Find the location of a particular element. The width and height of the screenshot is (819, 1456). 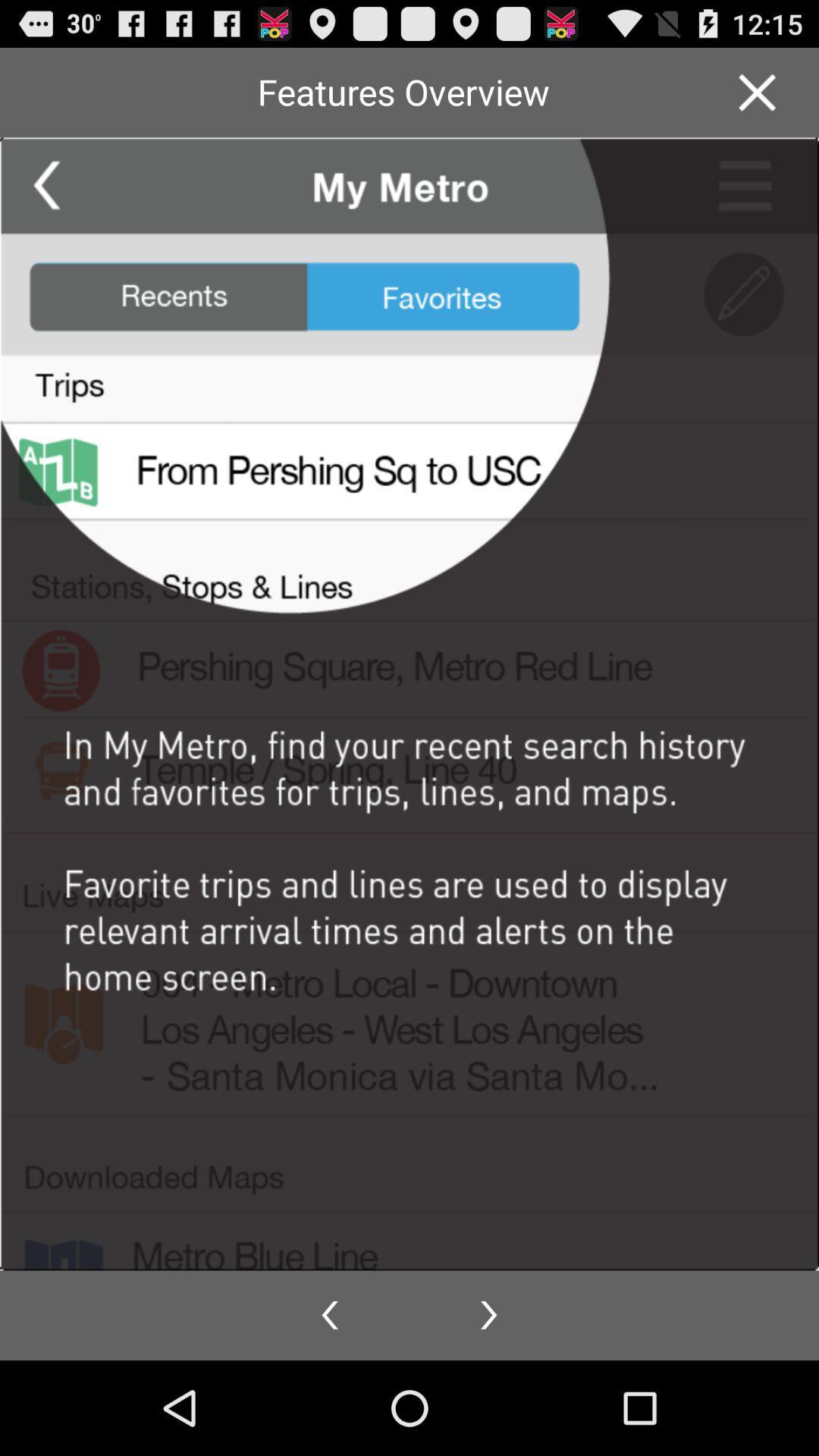

the close icon is located at coordinates (757, 98).